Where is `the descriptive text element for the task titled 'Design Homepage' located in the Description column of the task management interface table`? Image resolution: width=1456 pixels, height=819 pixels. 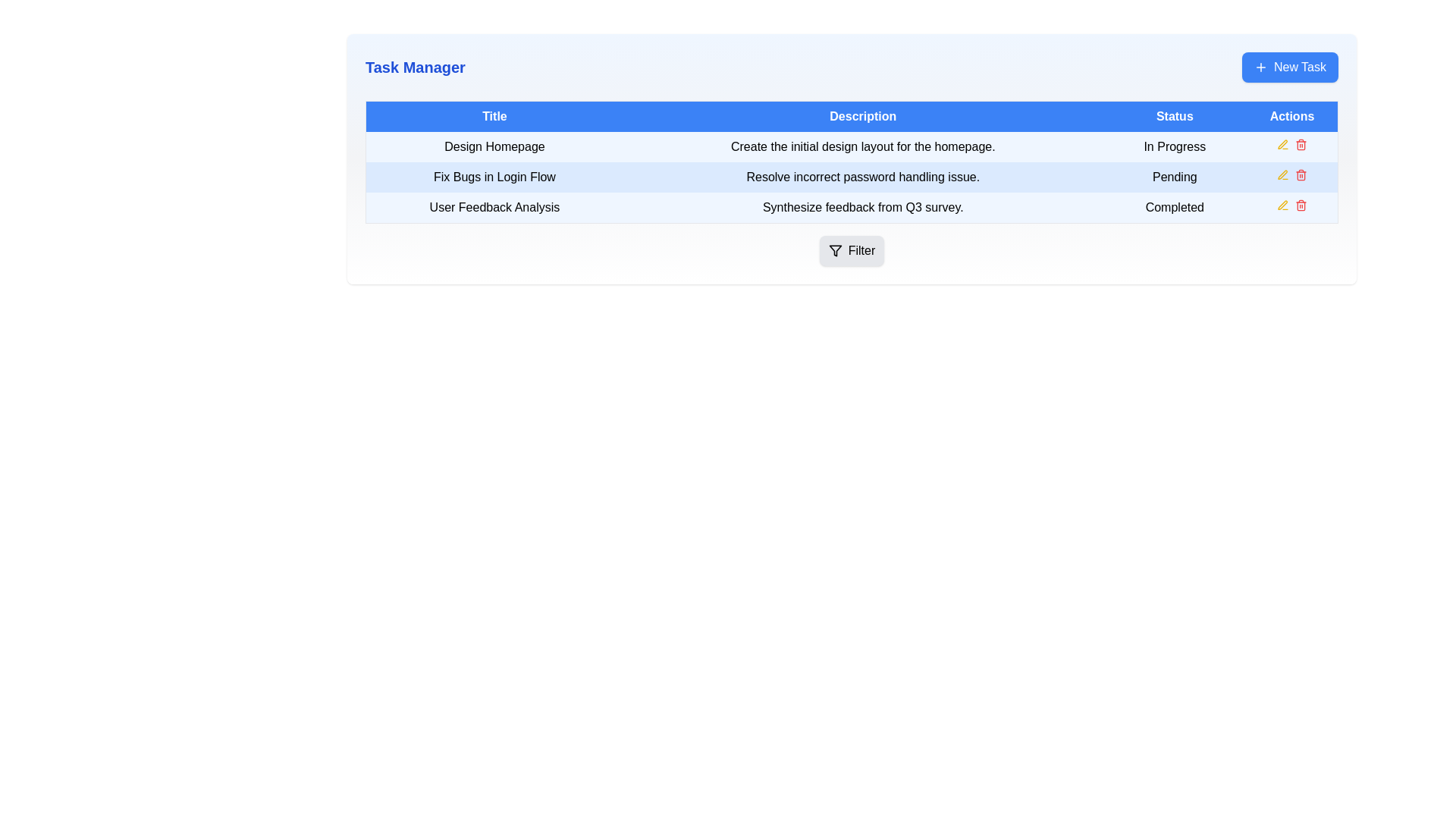
the descriptive text element for the task titled 'Design Homepage' located in the Description column of the task management interface table is located at coordinates (863, 146).